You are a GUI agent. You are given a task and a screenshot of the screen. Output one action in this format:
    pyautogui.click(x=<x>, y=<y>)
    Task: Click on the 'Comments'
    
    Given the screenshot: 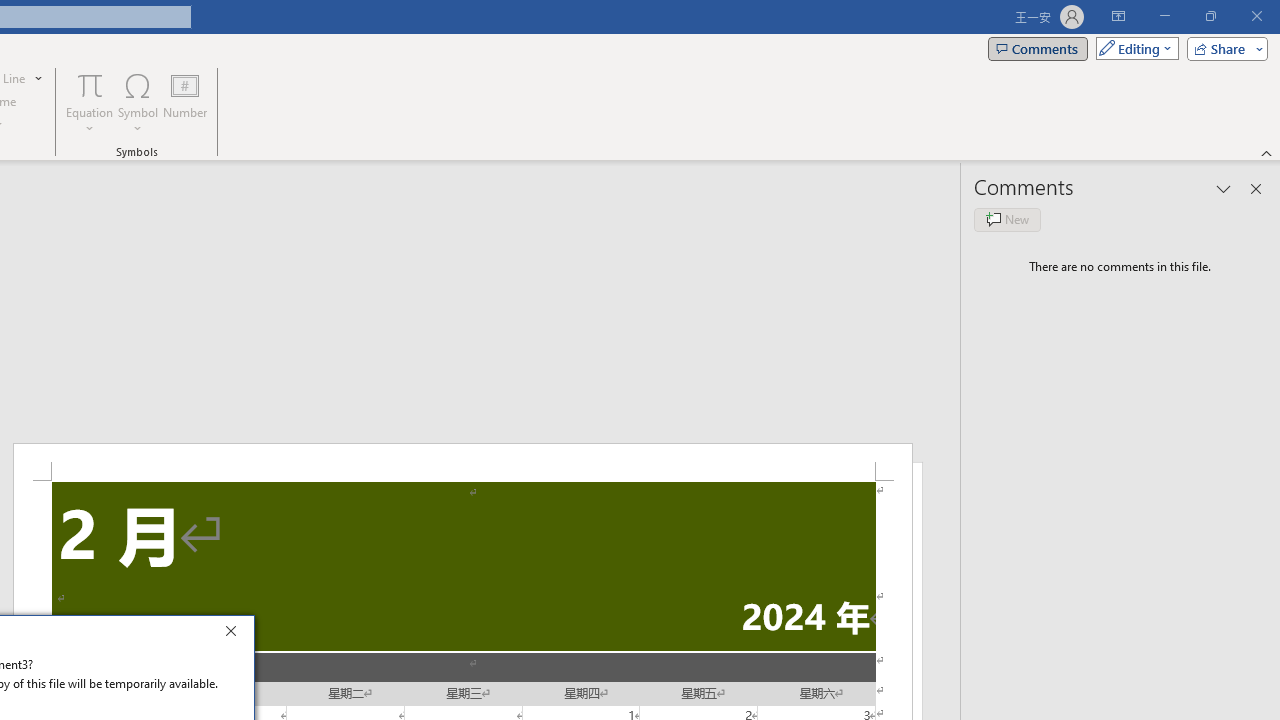 What is the action you would take?
    pyautogui.click(x=1038, y=47)
    